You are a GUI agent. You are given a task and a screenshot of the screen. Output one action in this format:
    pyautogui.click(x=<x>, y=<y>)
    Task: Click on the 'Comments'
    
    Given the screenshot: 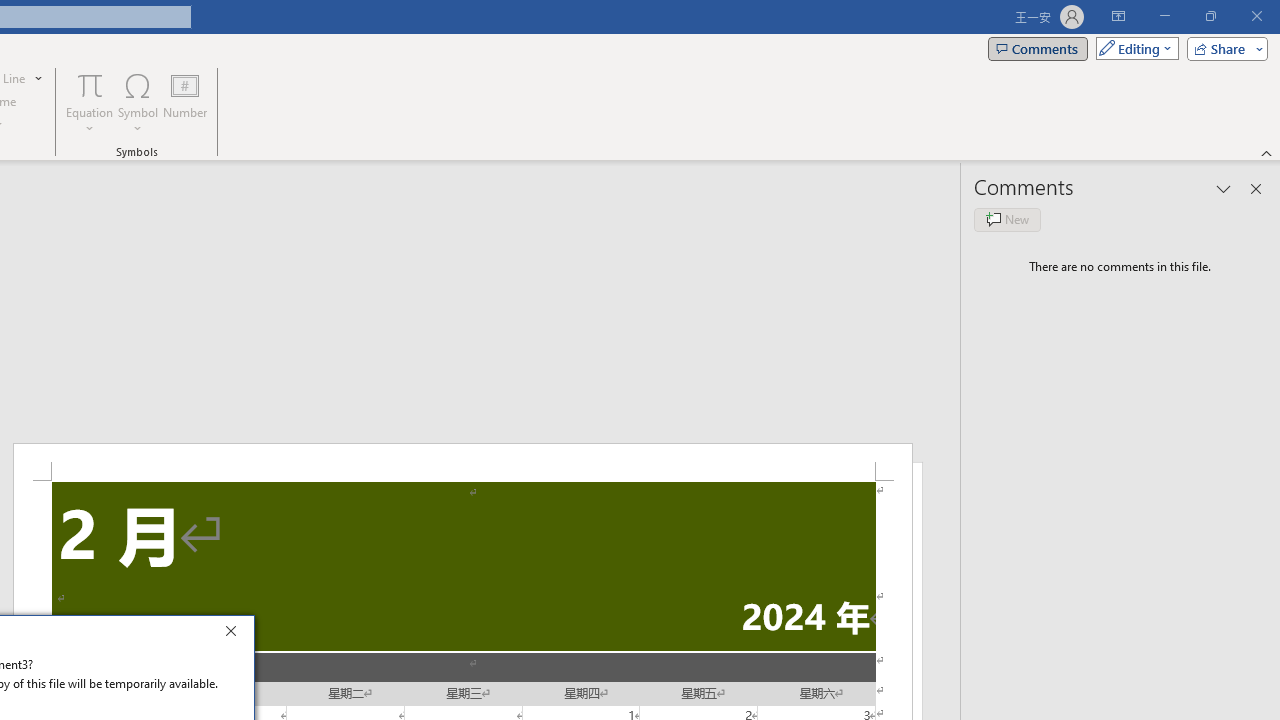 What is the action you would take?
    pyautogui.click(x=1038, y=47)
    